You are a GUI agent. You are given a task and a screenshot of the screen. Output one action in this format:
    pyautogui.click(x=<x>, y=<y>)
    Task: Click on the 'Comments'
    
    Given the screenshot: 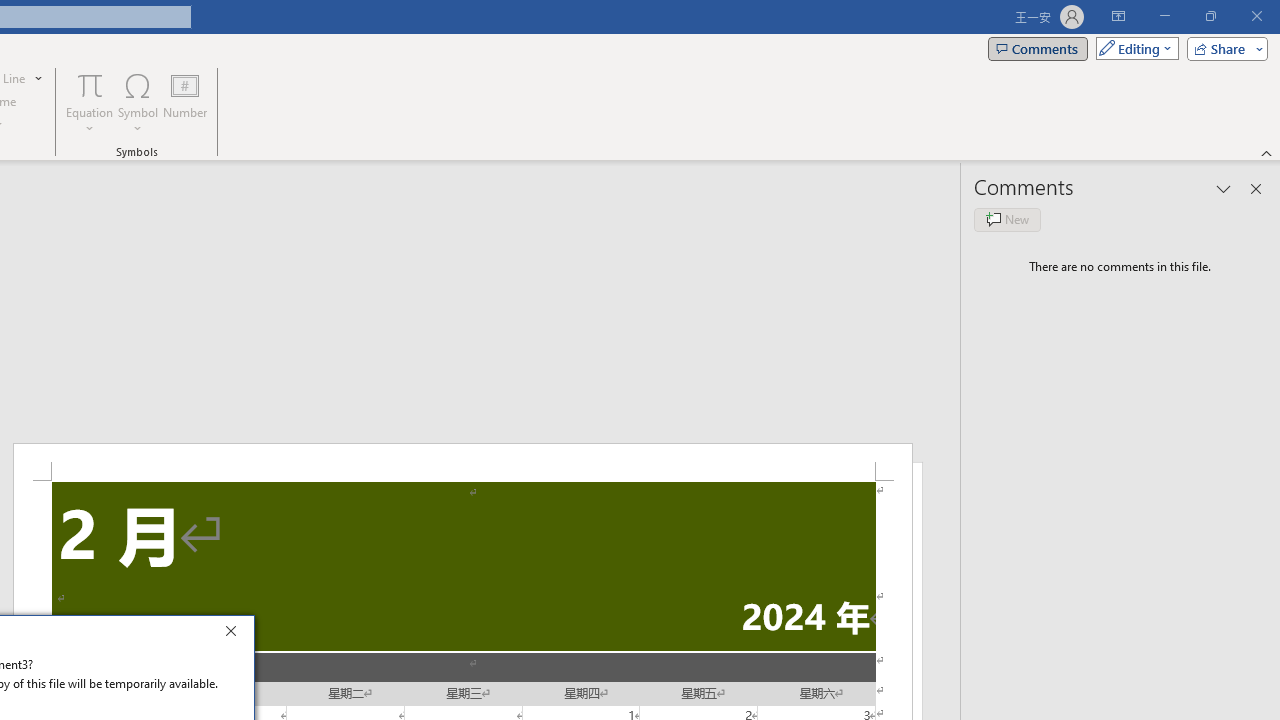 What is the action you would take?
    pyautogui.click(x=1038, y=47)
    